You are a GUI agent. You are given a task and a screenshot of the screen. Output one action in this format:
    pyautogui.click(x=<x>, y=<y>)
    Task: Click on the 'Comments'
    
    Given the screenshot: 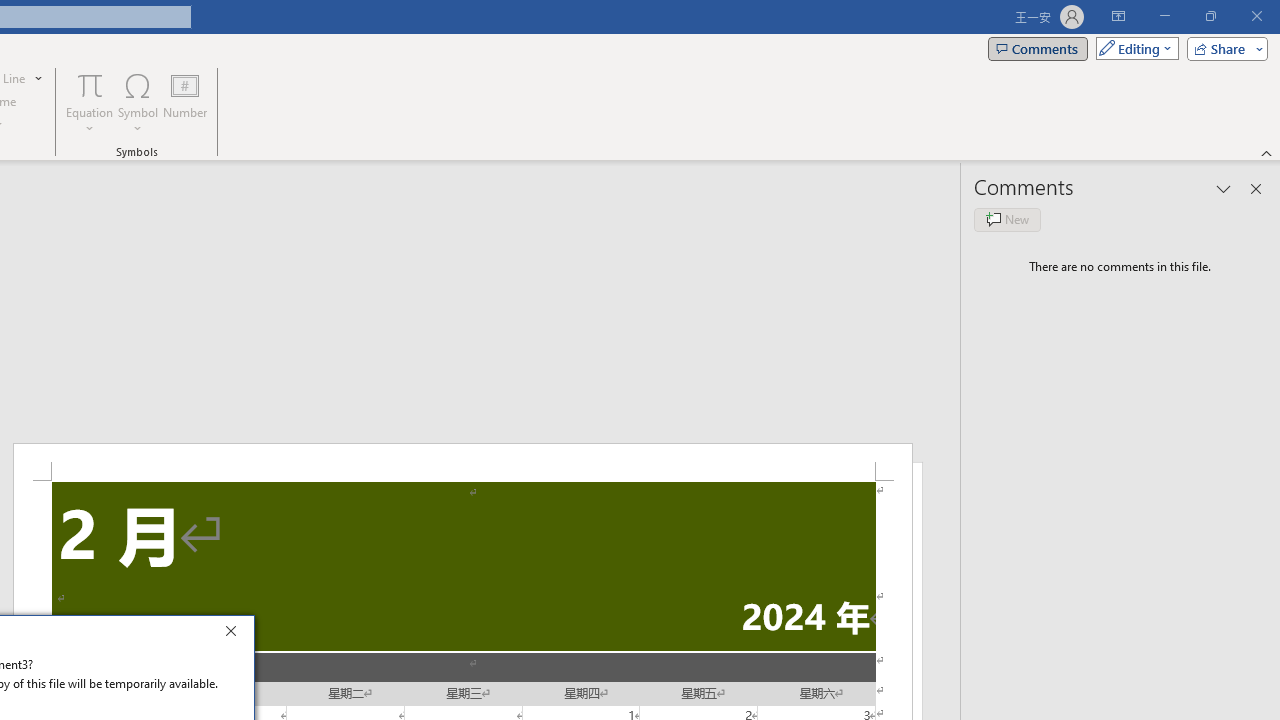 What is the action you would take?
    pyautogui.click(x=1038, y=47)
    